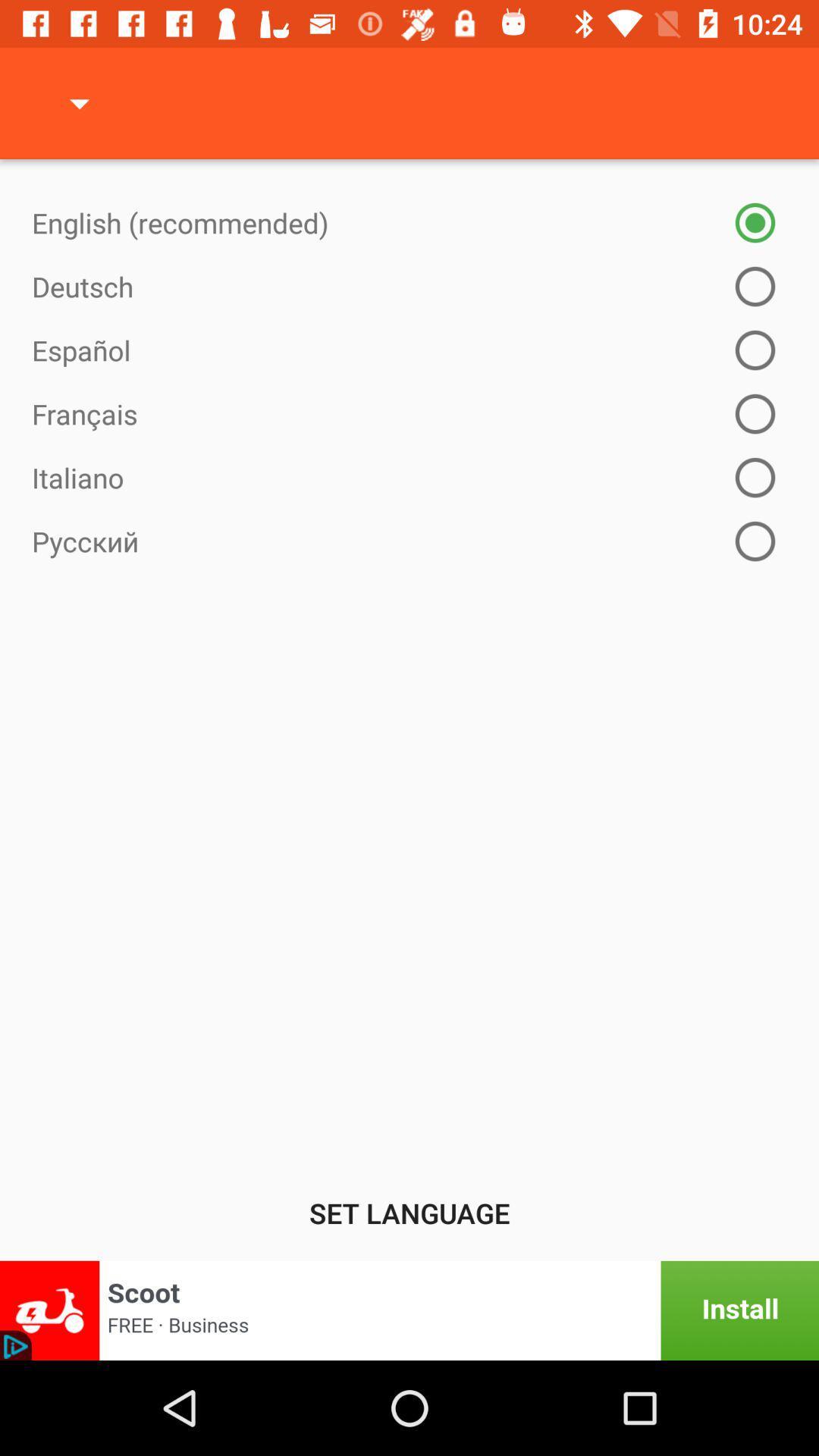 This screenshot has width=819, height=1456. What do you see at coordinates (409, 1212) in the screenshot?
I see `set language` at bounding box center [409, 1212].